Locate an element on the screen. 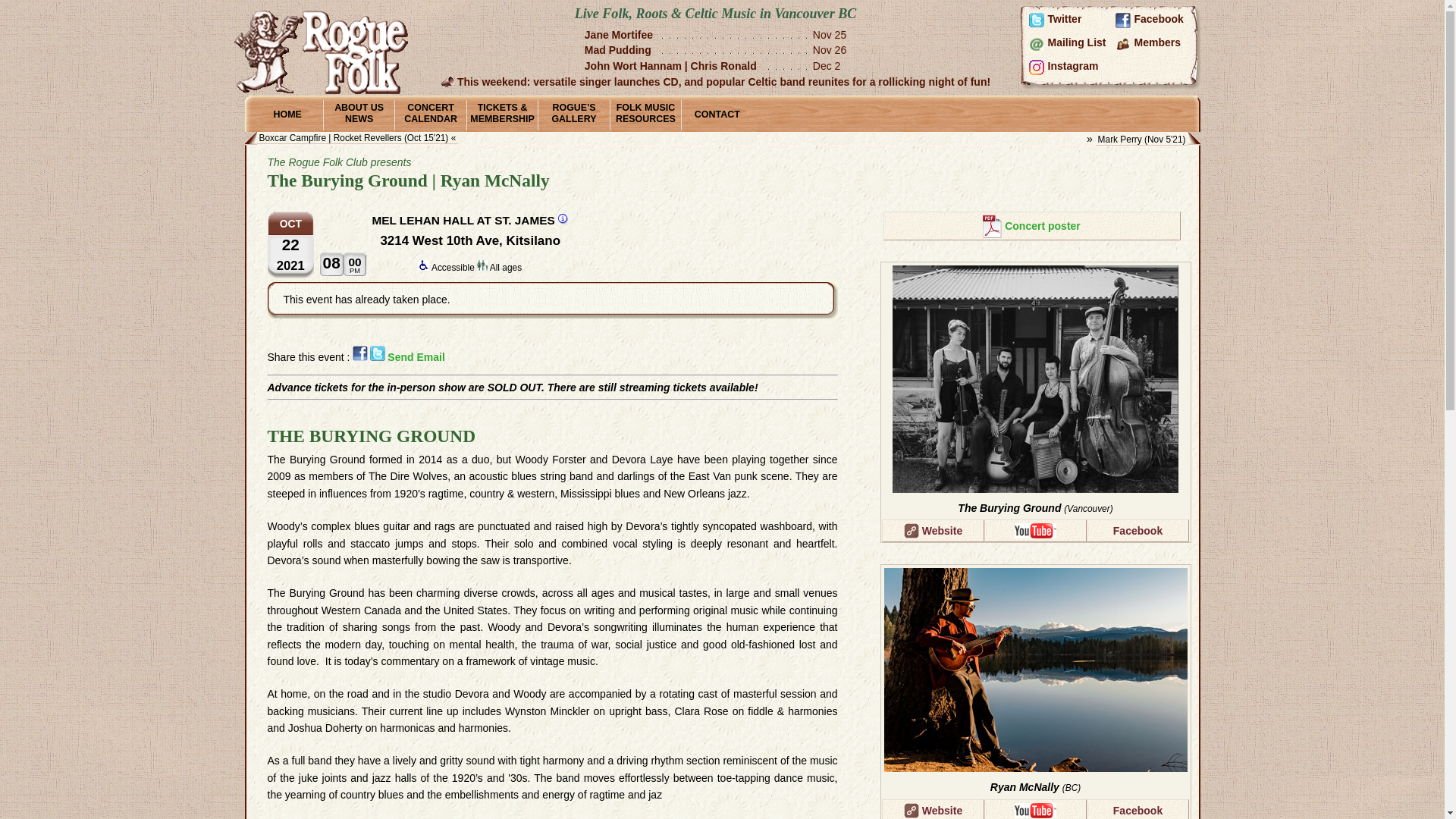  'CONCERT CALENDAR' is located at coordinates (394, 114).